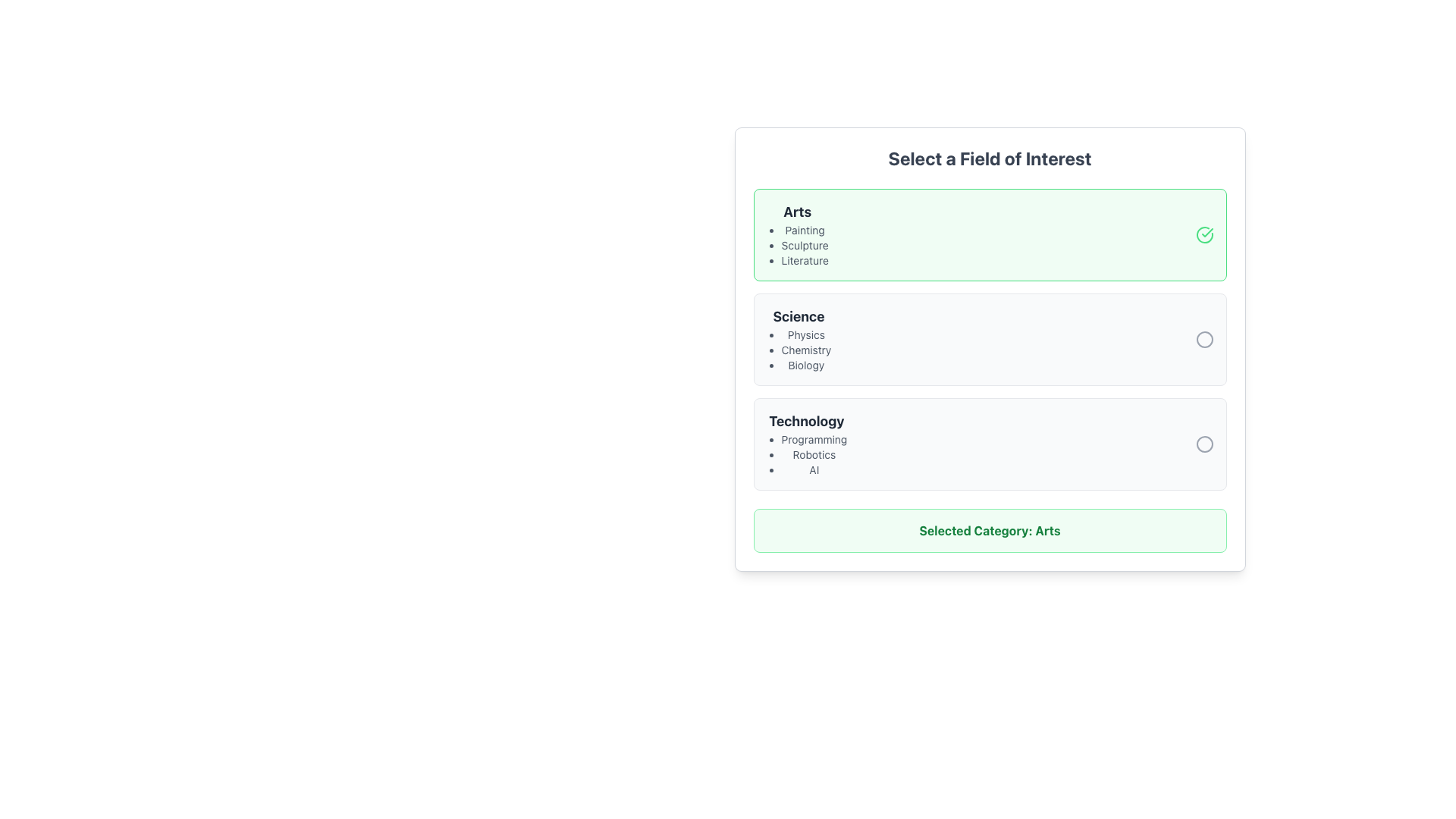 This screenshot has height=819, width=1456. What do you see at coordinates (804, 245) in the screenshot?
I see `the text label displaying 'Sculpture', which is the second item in the 'Arts' section of a bulleted list` at bounding box center [804, 245].